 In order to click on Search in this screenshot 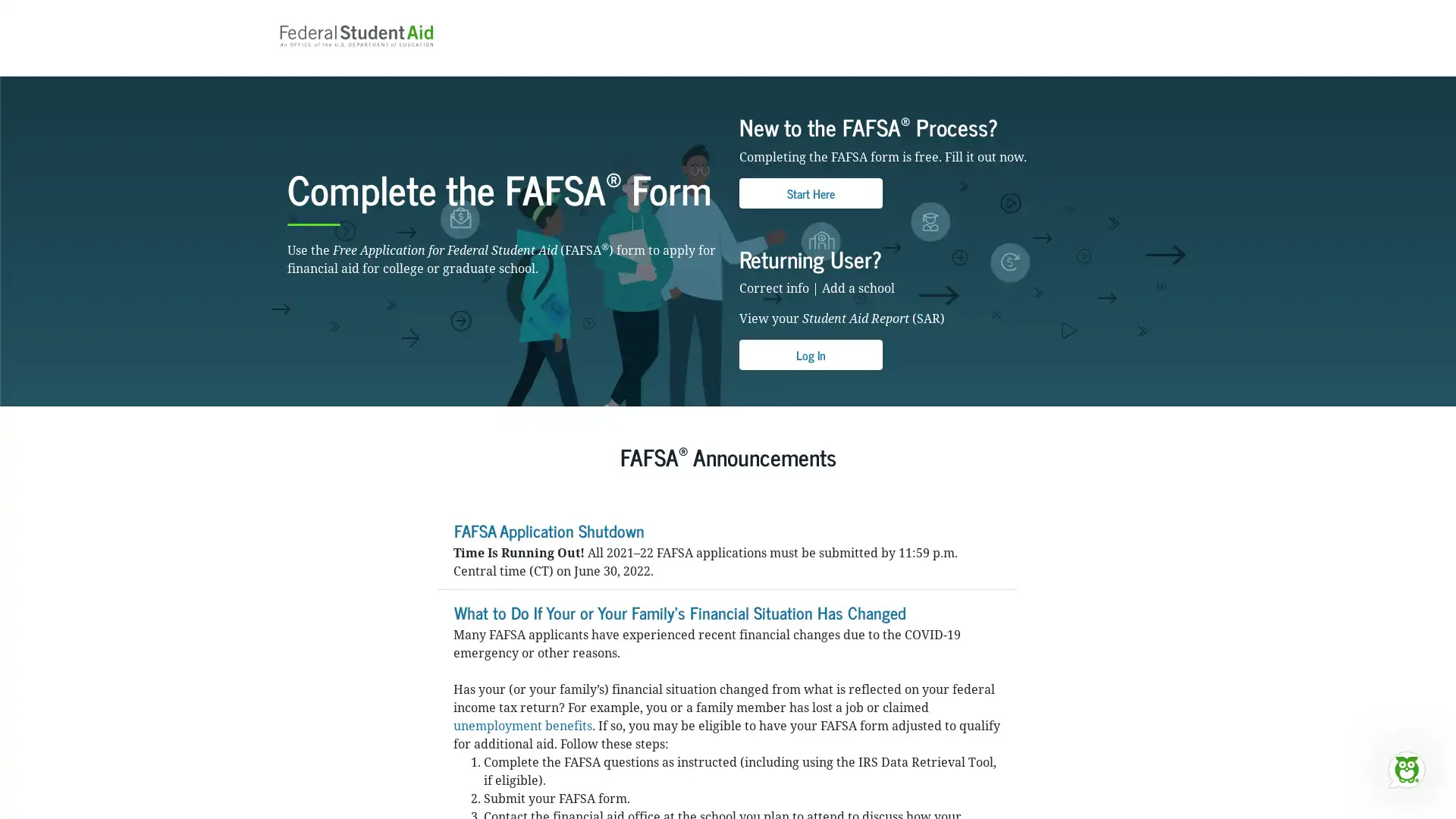, I will do `click(952, 52)`.